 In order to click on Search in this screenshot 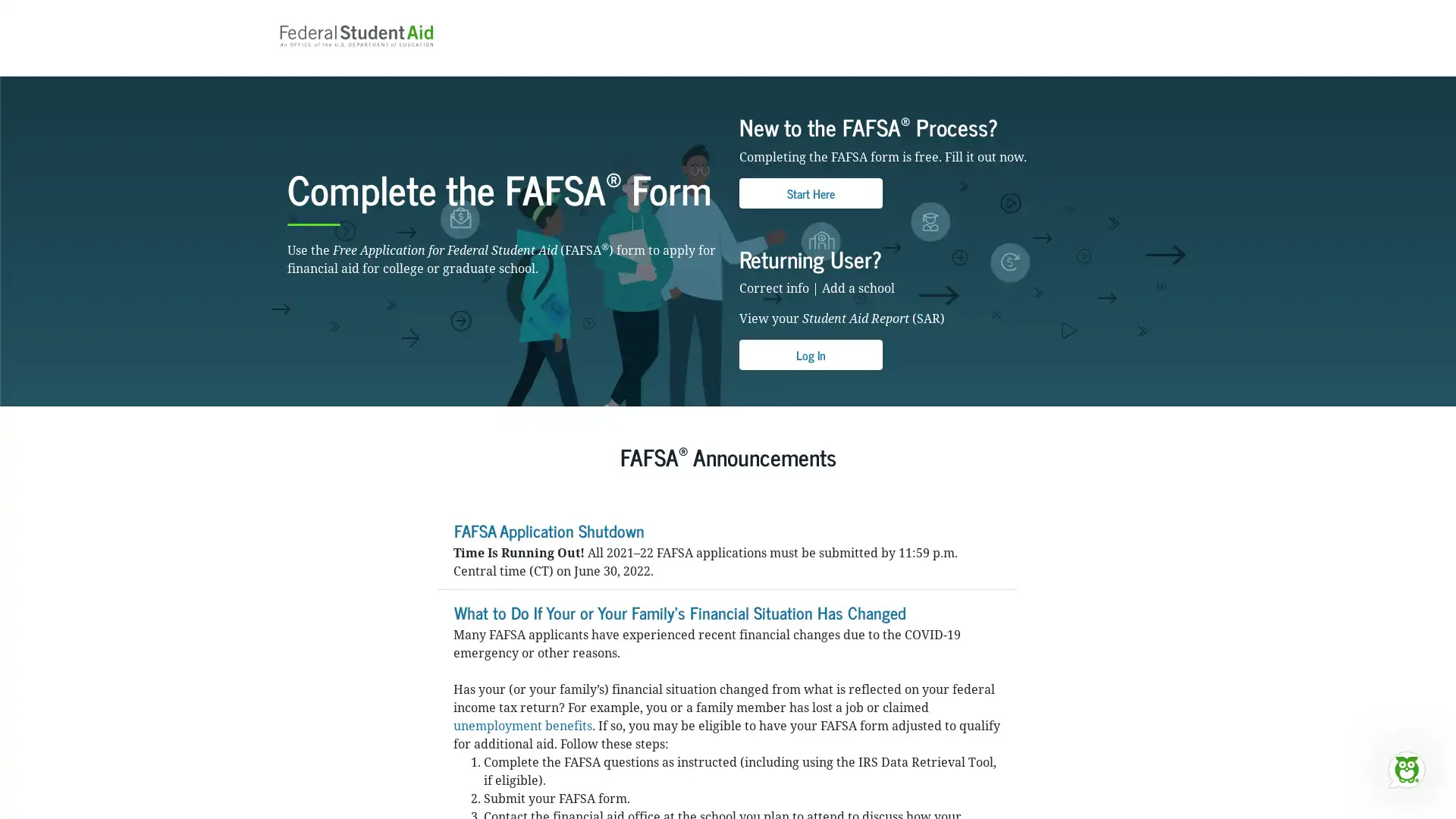, I will do `click(952, 52)`.